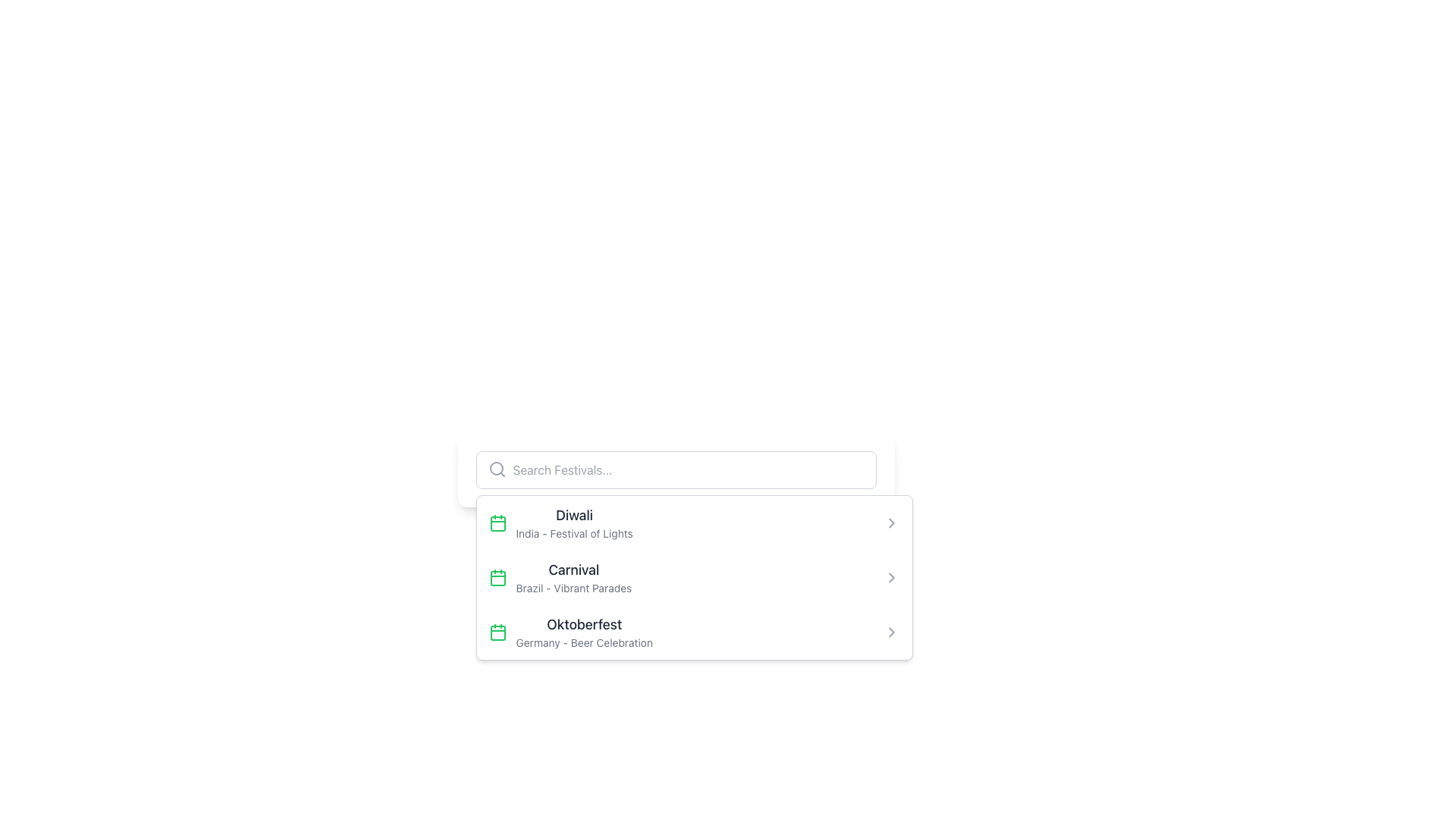 This screenshot has height=819, width=1456. Describe the element at coordinates (497, 579) in the screenshot. I see `the rectangle inside the second calendar icon for 'Carnival,' which is to the left of the text 'Brazil - Vibrant Parades.'` at that location.